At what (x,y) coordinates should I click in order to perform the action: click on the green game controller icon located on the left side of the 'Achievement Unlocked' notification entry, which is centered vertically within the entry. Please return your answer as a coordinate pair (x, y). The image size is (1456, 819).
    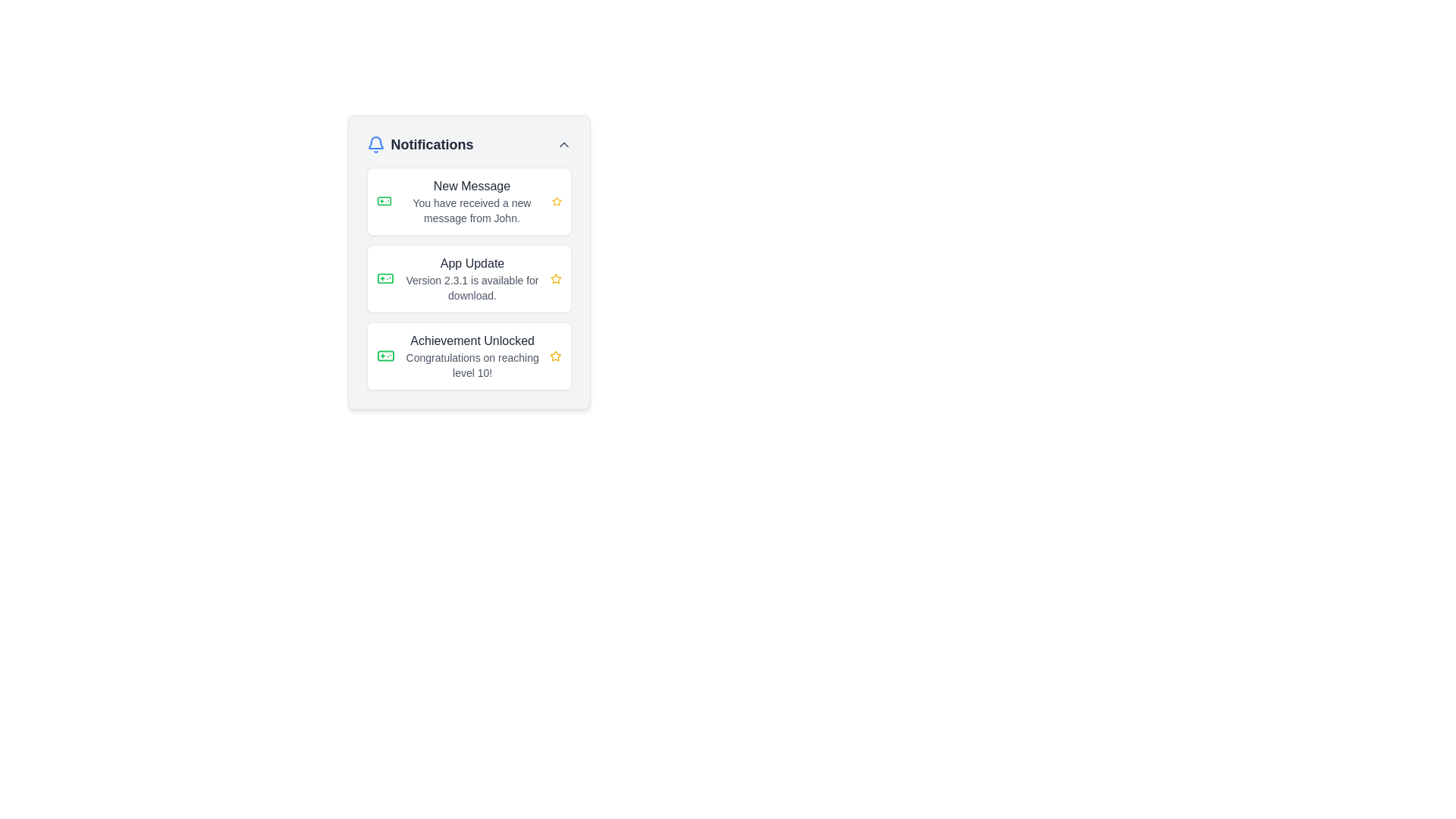
    Looking at the image, I should click on (385, 356).